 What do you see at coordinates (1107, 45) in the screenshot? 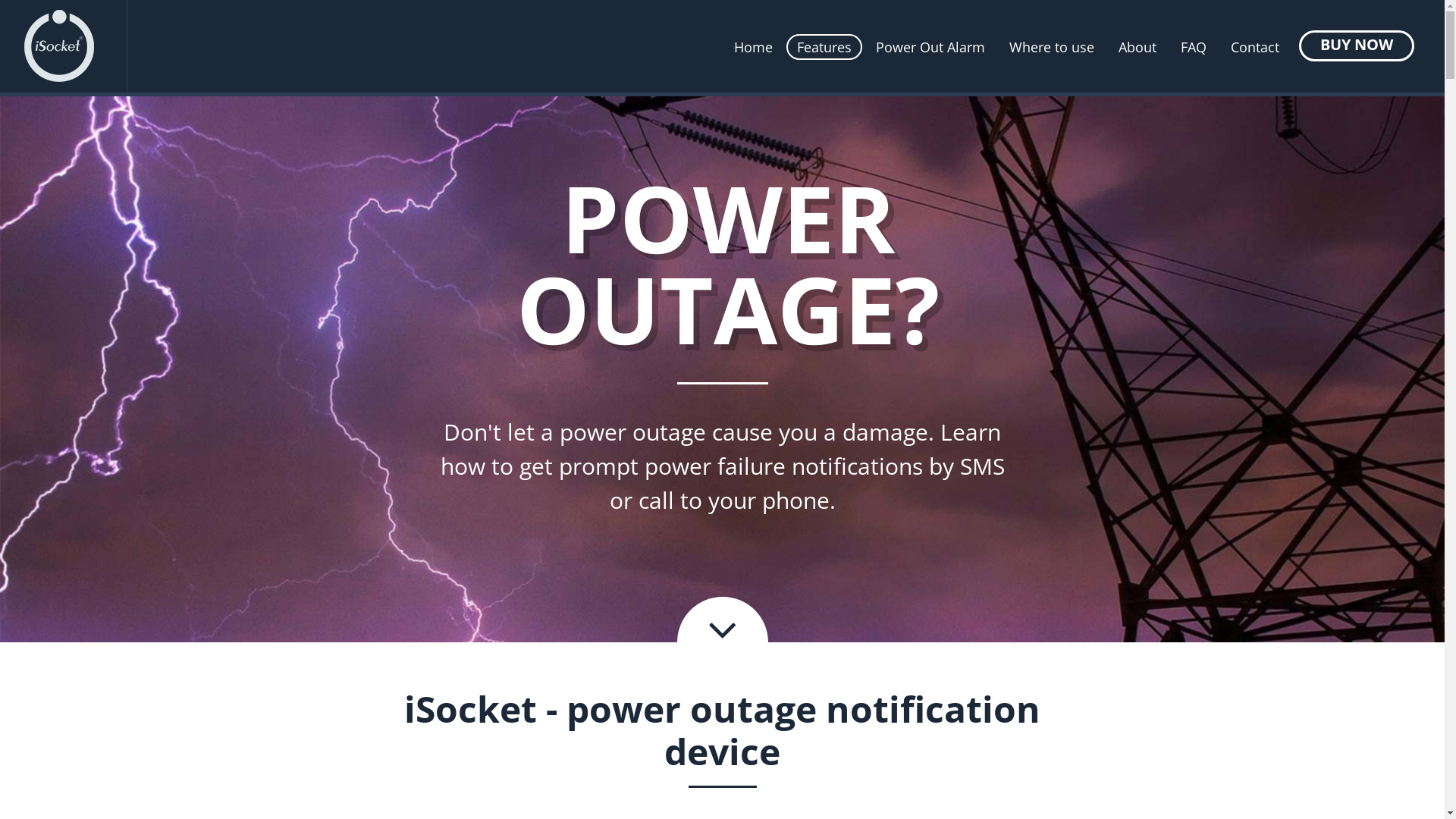
I see `'About'` at bounding box center [1107, 45].